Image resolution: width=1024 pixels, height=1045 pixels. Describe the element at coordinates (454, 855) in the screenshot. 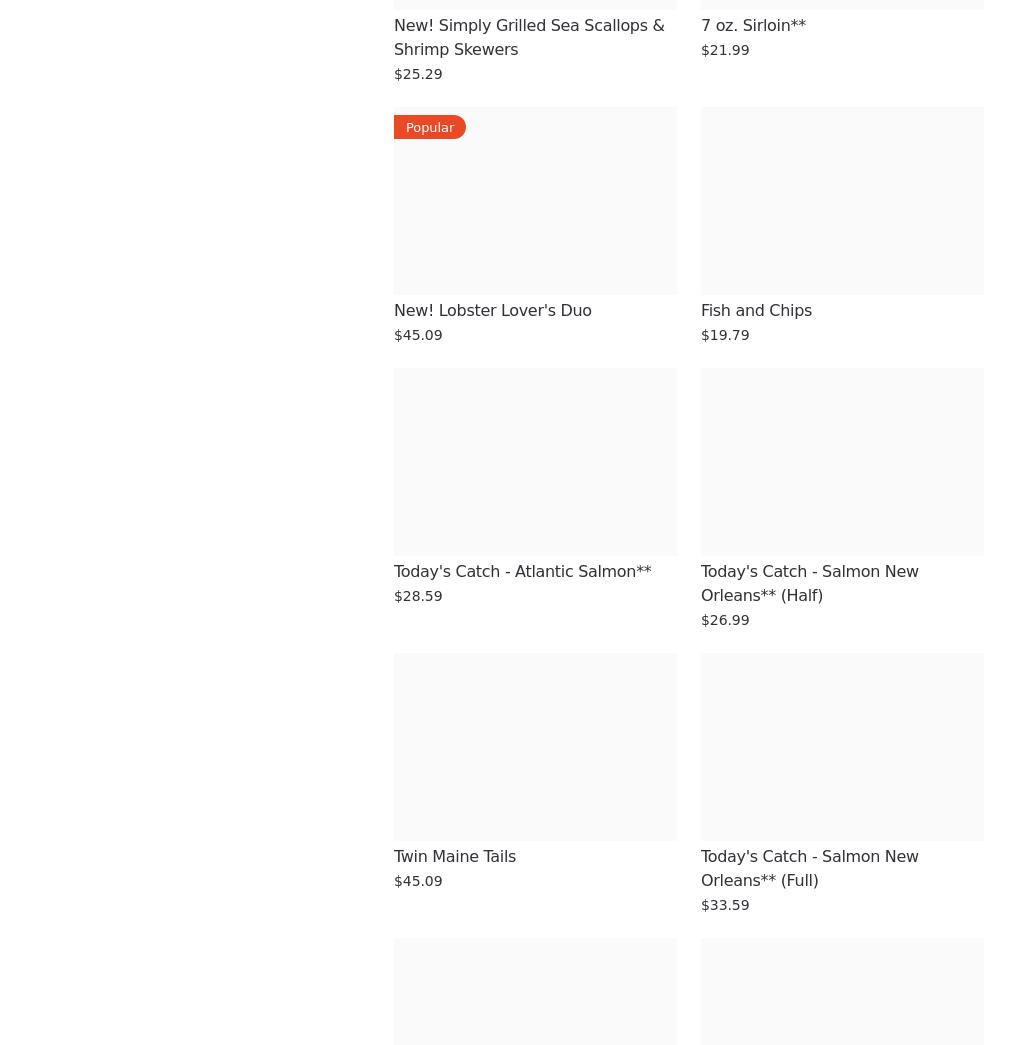

I see `'Twin Maine Tails'` at that location.